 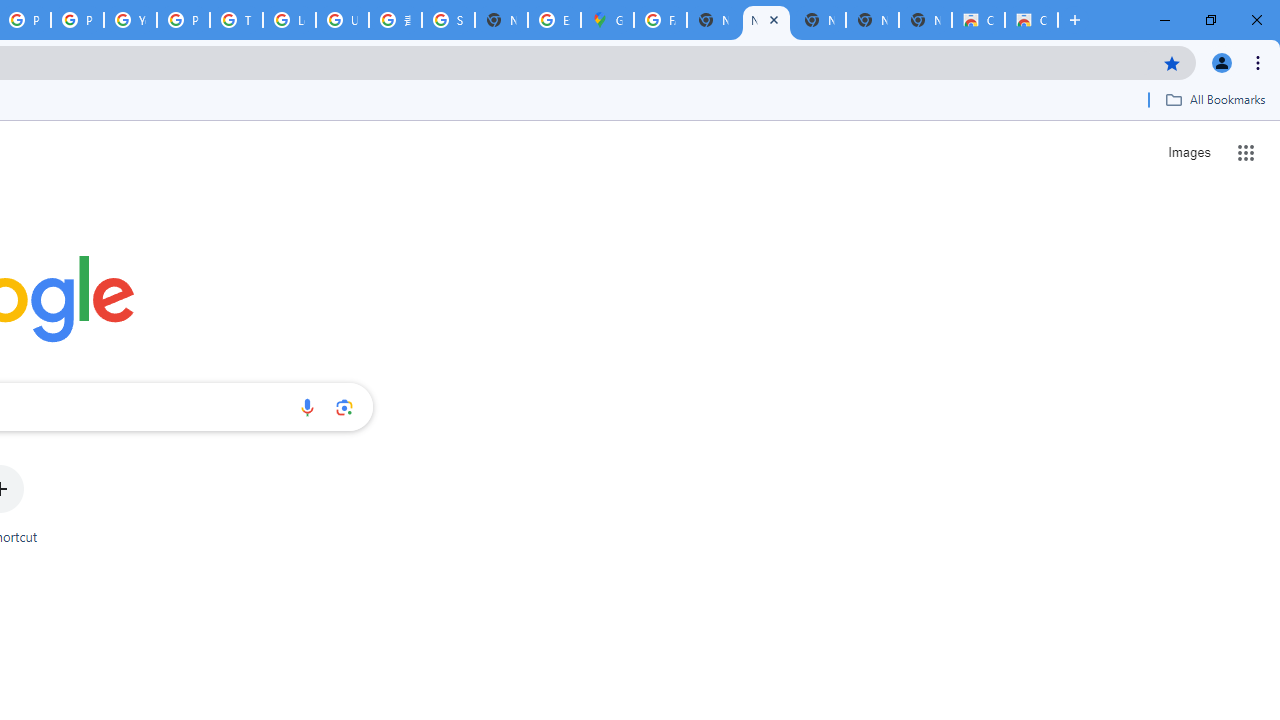 I want to click on 'Sign in - Google Accounts', so click(x=447, y=20).